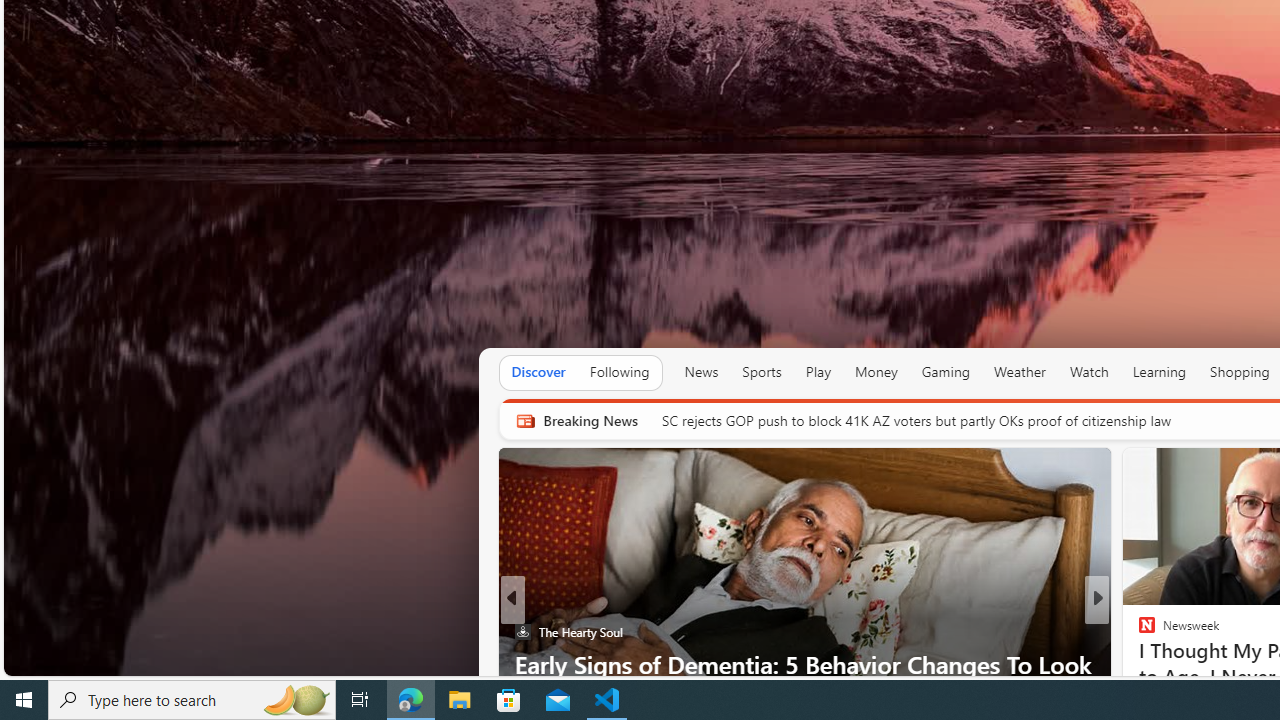 The height and width of the screenshot is (720, 1280). What do you see at coordinates (1138, 632) in the screenshot?
I see `'ETNT Mind+Body'` at bounding box center [1138, 632].